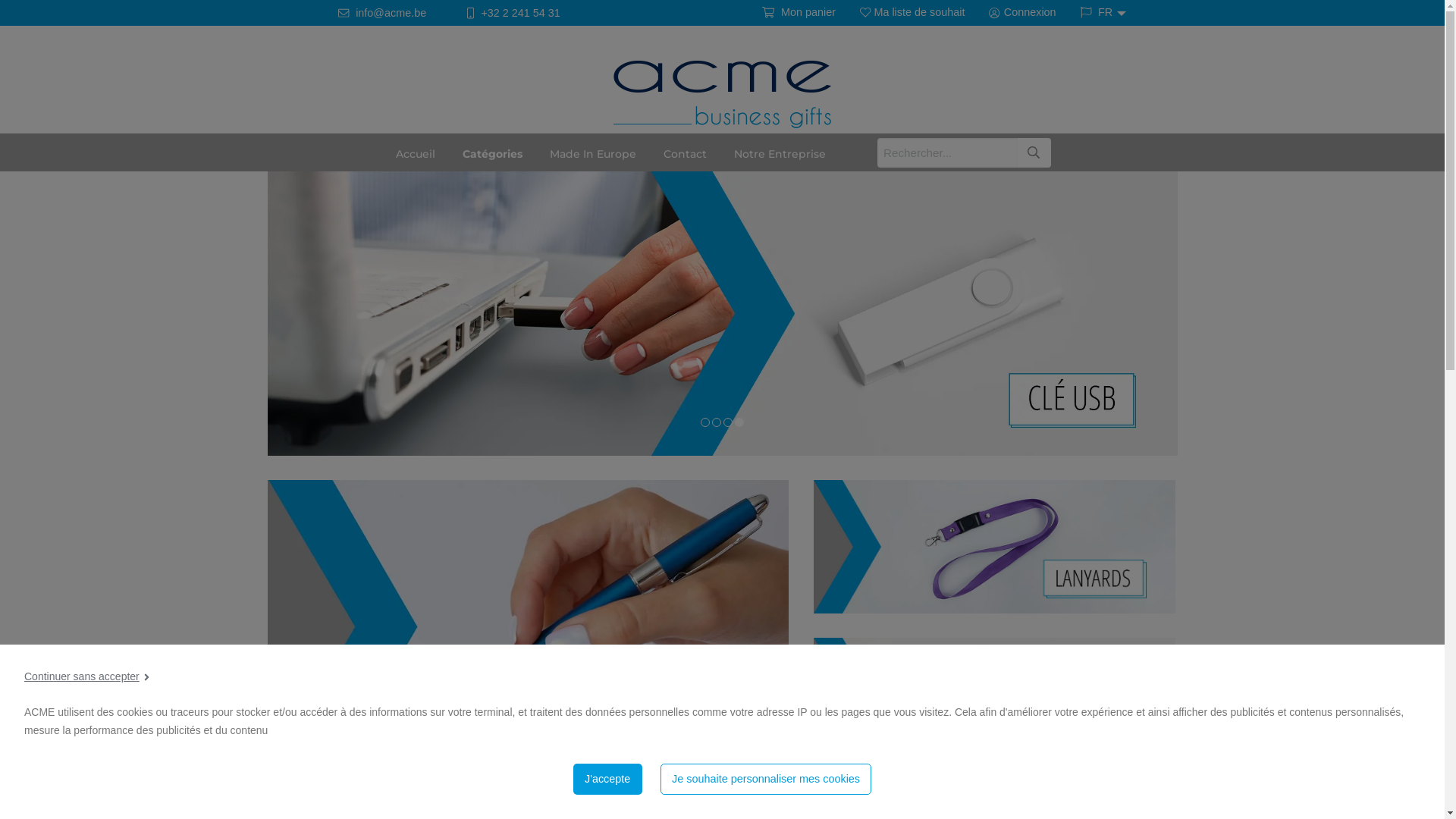 The image size is (1456, 819). I want to click on '+32 2 241 54 31', so click(513, 13).